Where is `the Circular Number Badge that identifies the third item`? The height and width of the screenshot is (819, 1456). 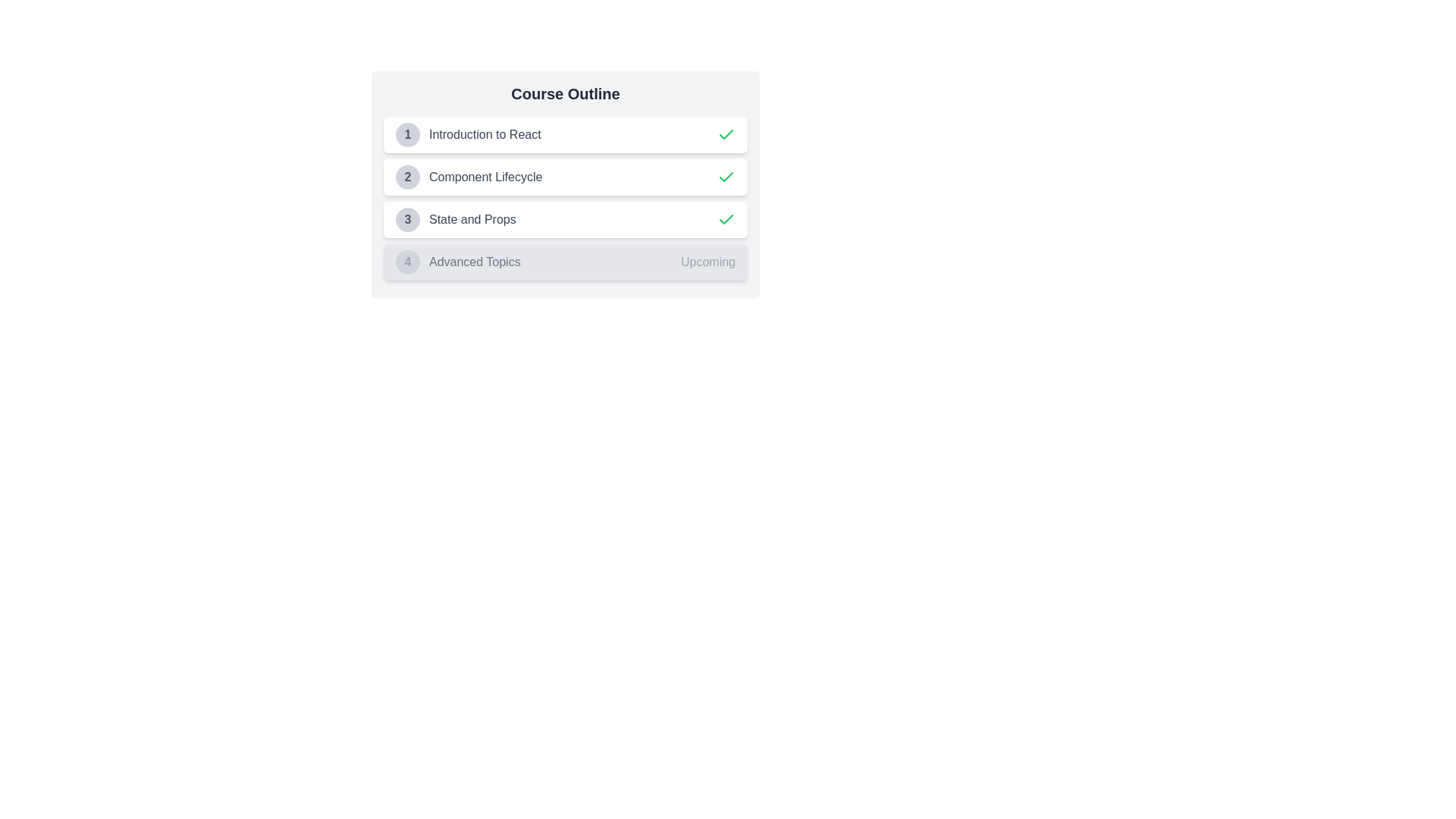 the Circular Number Badge that identifies the third item is located at coordinates (407, 219).